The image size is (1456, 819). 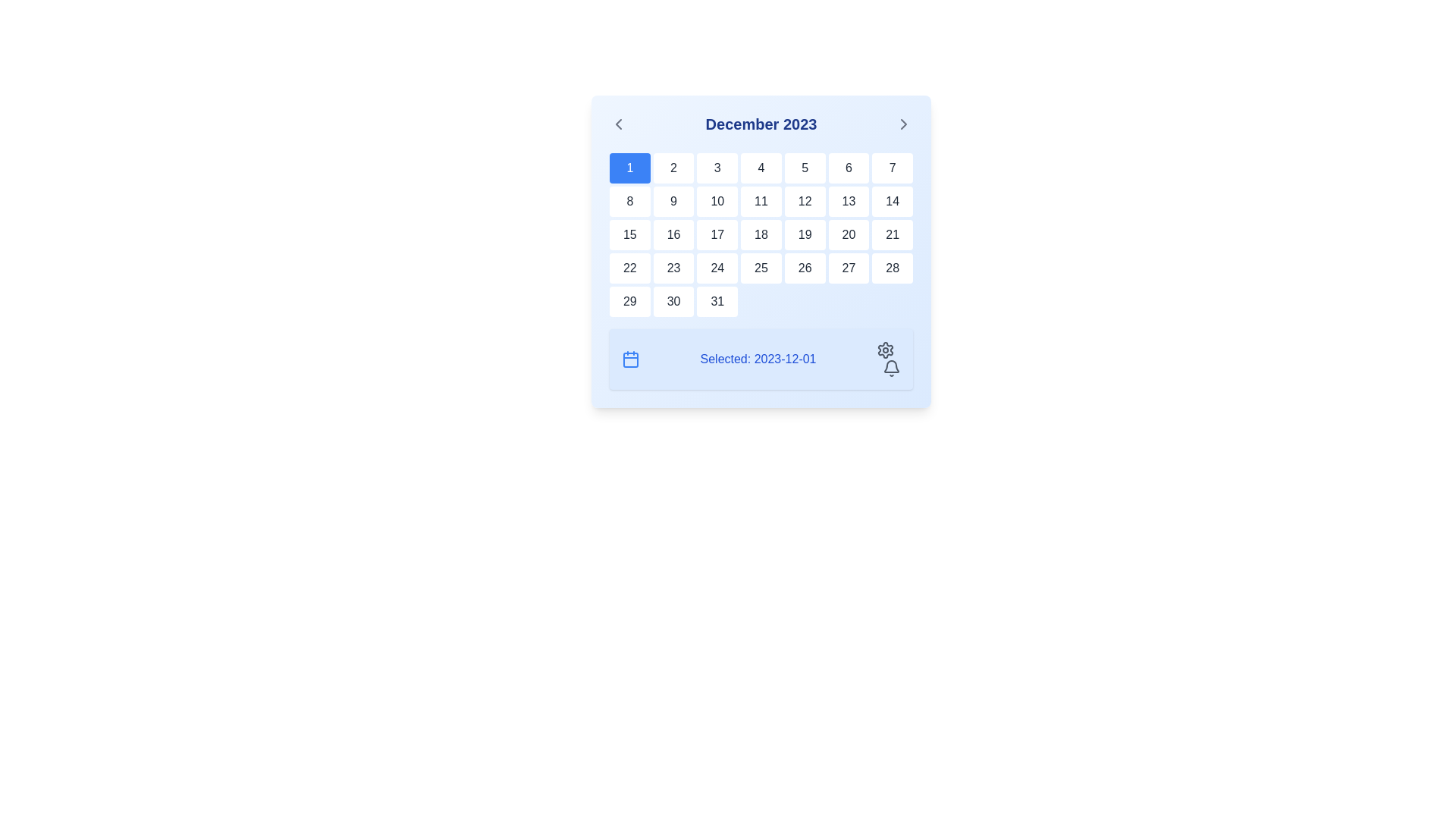 What do you see at coordinates (673, 301) in the screenshot?
I see `the Interactive calendar day cell displaying the number '30'` at bounding box center [673, 301].